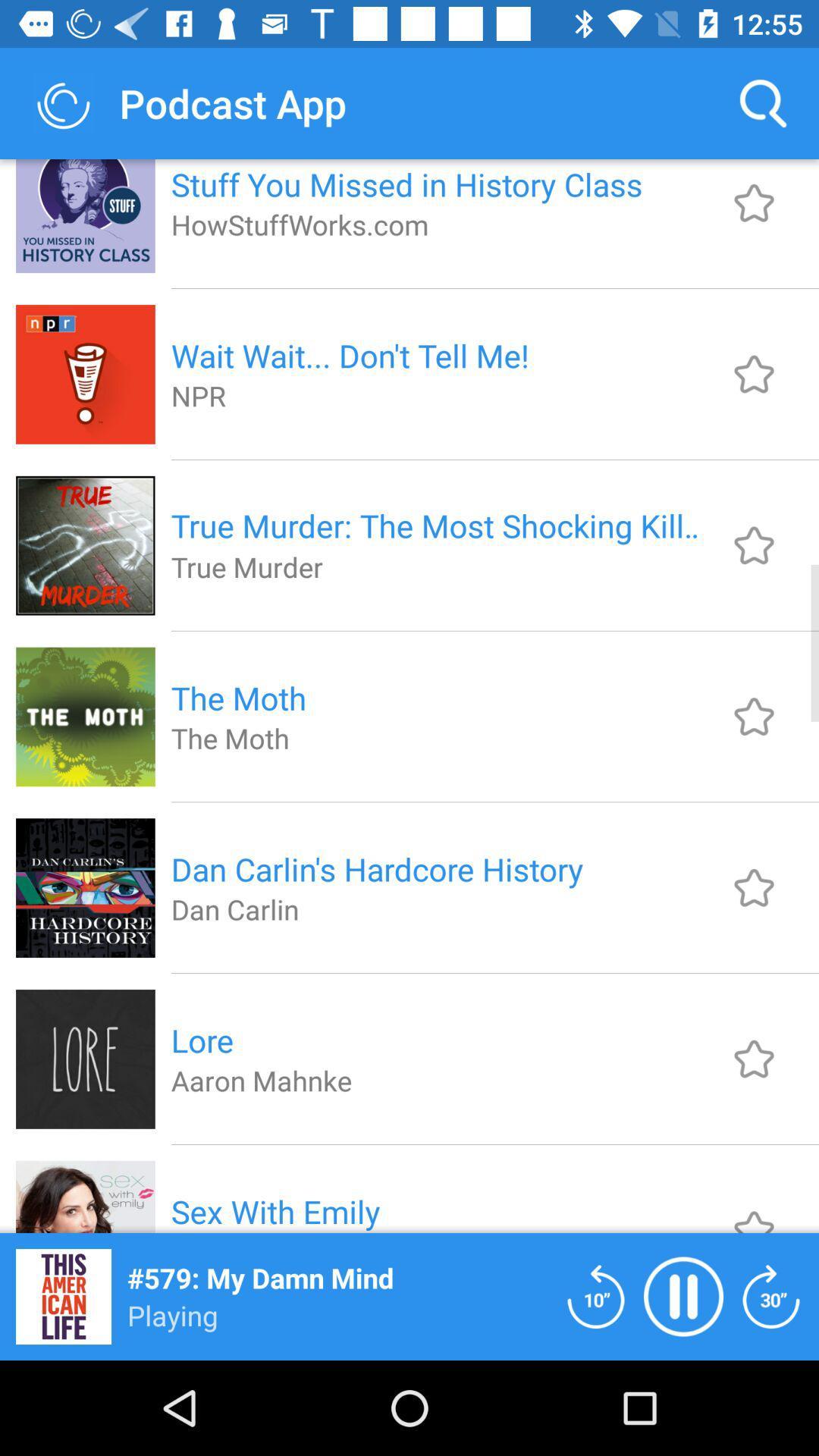  What do you see at coordinates (754, 887) in the screenshot?
I see `favorite` at bounding box center [754, 887].